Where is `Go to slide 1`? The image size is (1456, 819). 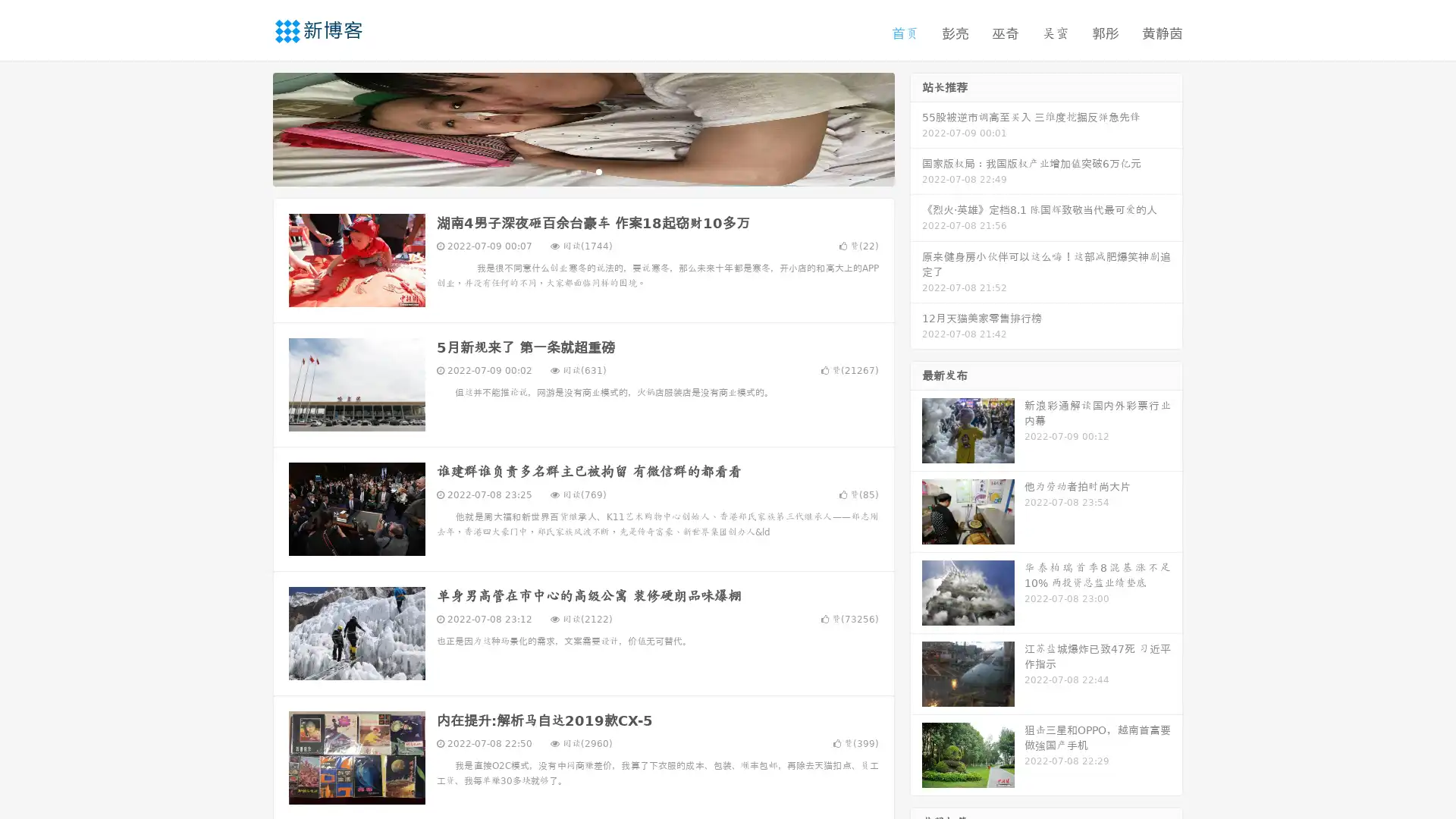
Go to slide 1 is located at coordinates (567, 171).